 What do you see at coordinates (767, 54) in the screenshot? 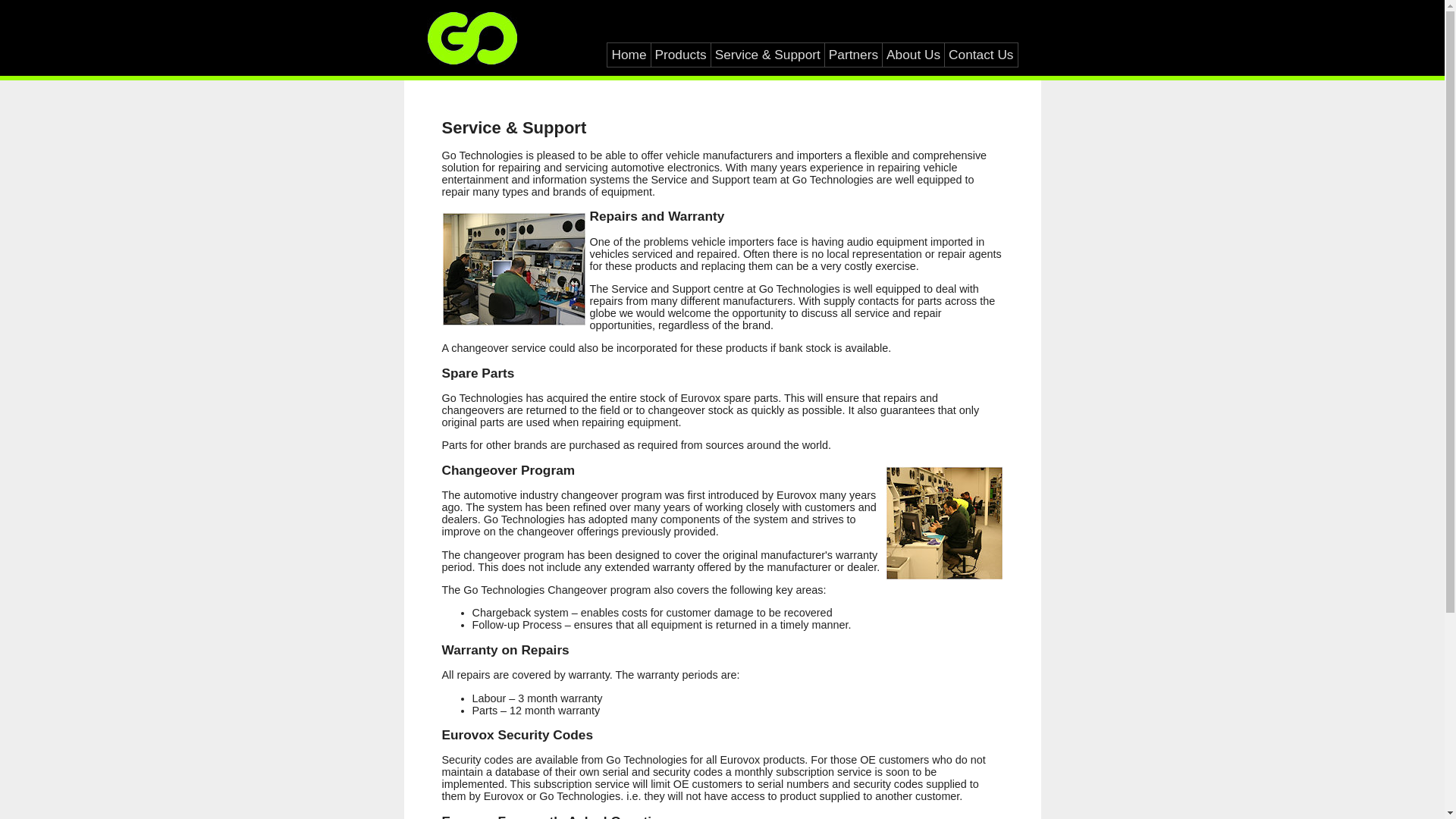
I see `'Service & Support'` at bounding box center [767, 54].